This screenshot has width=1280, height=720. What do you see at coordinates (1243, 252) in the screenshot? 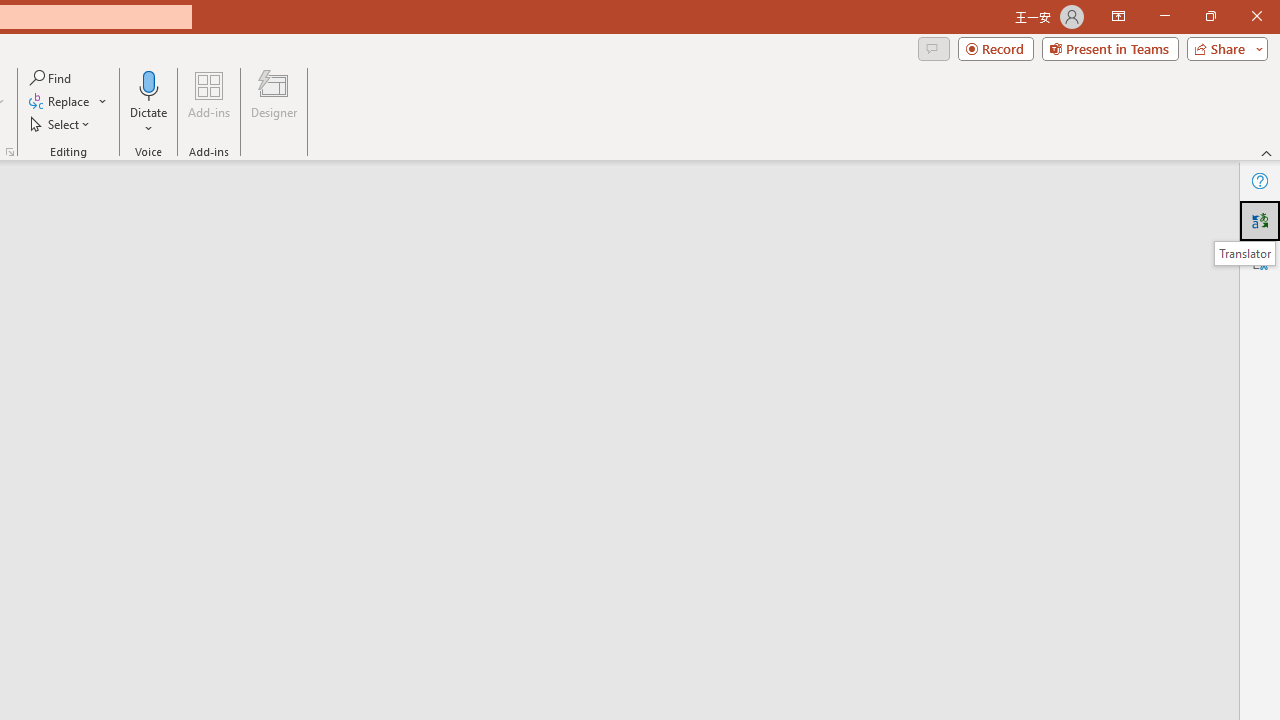
I see `'Translator'` at bounding box center [1243, 252].